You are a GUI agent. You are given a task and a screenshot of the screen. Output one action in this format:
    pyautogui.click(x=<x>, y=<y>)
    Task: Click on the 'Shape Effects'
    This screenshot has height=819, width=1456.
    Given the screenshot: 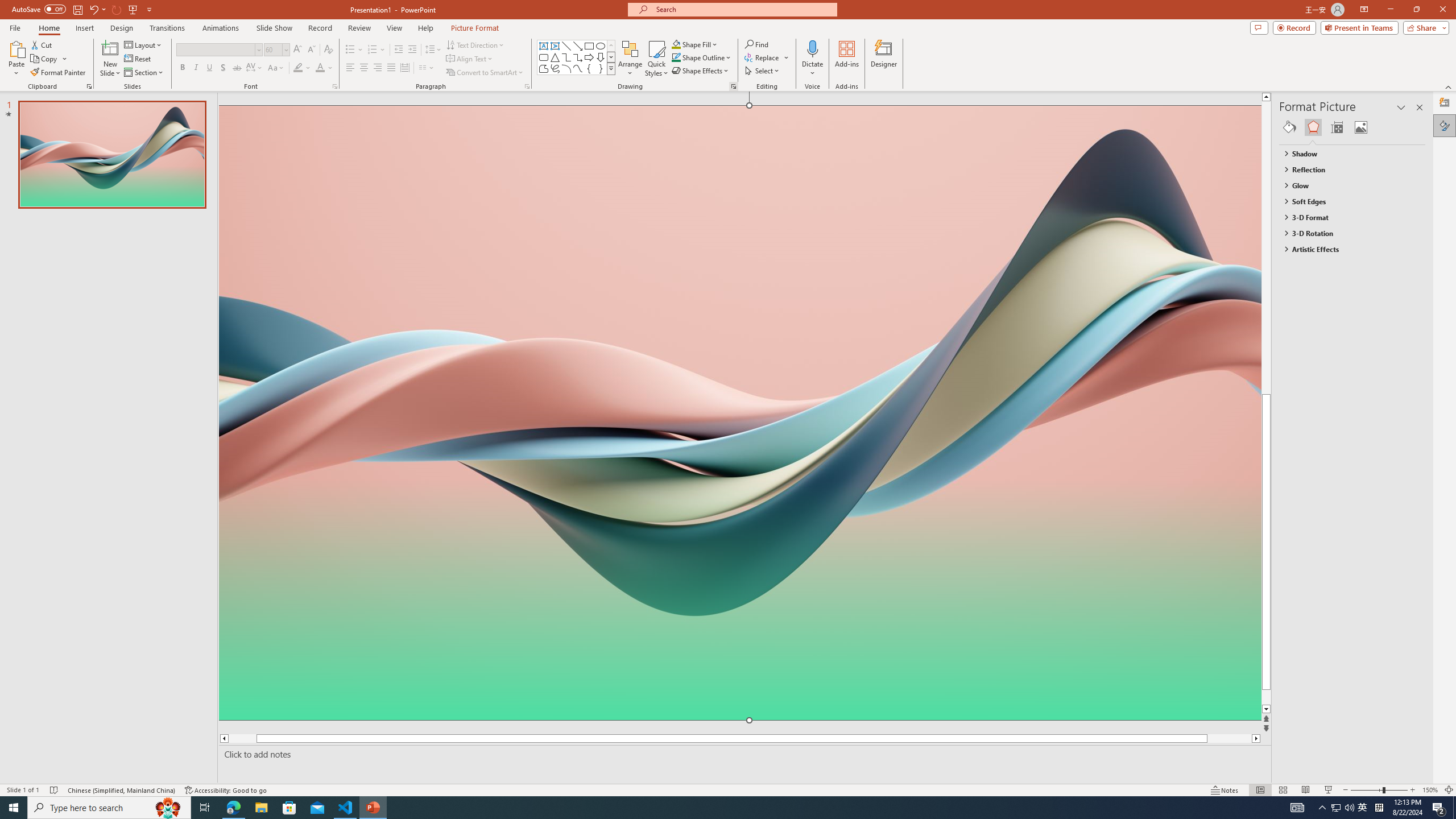 What is the action you would take?
    pyautogui.click(x=700, y=69)
    